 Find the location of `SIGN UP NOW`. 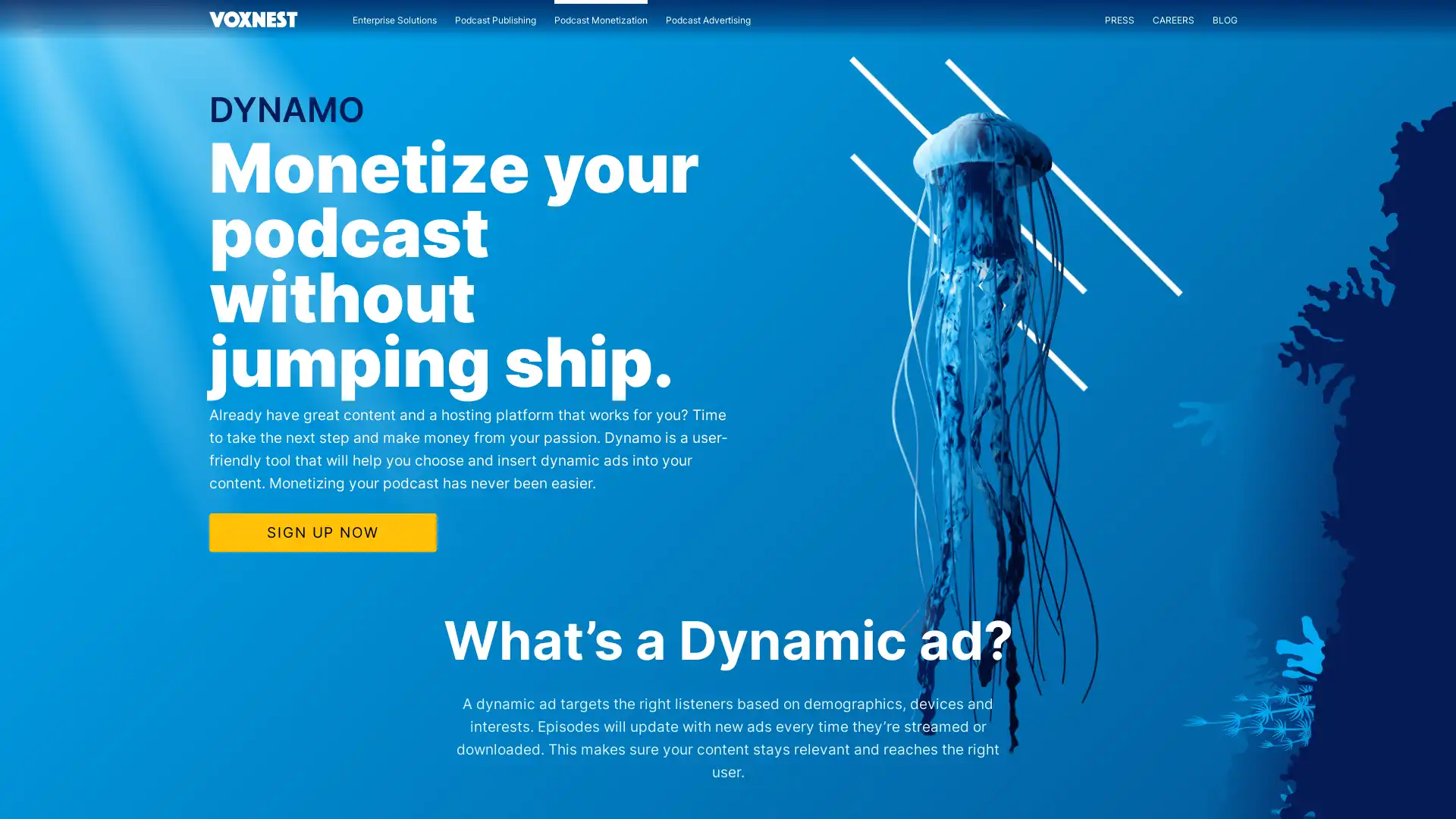

SIGN UP NOW is located at coordinates (322, 531).